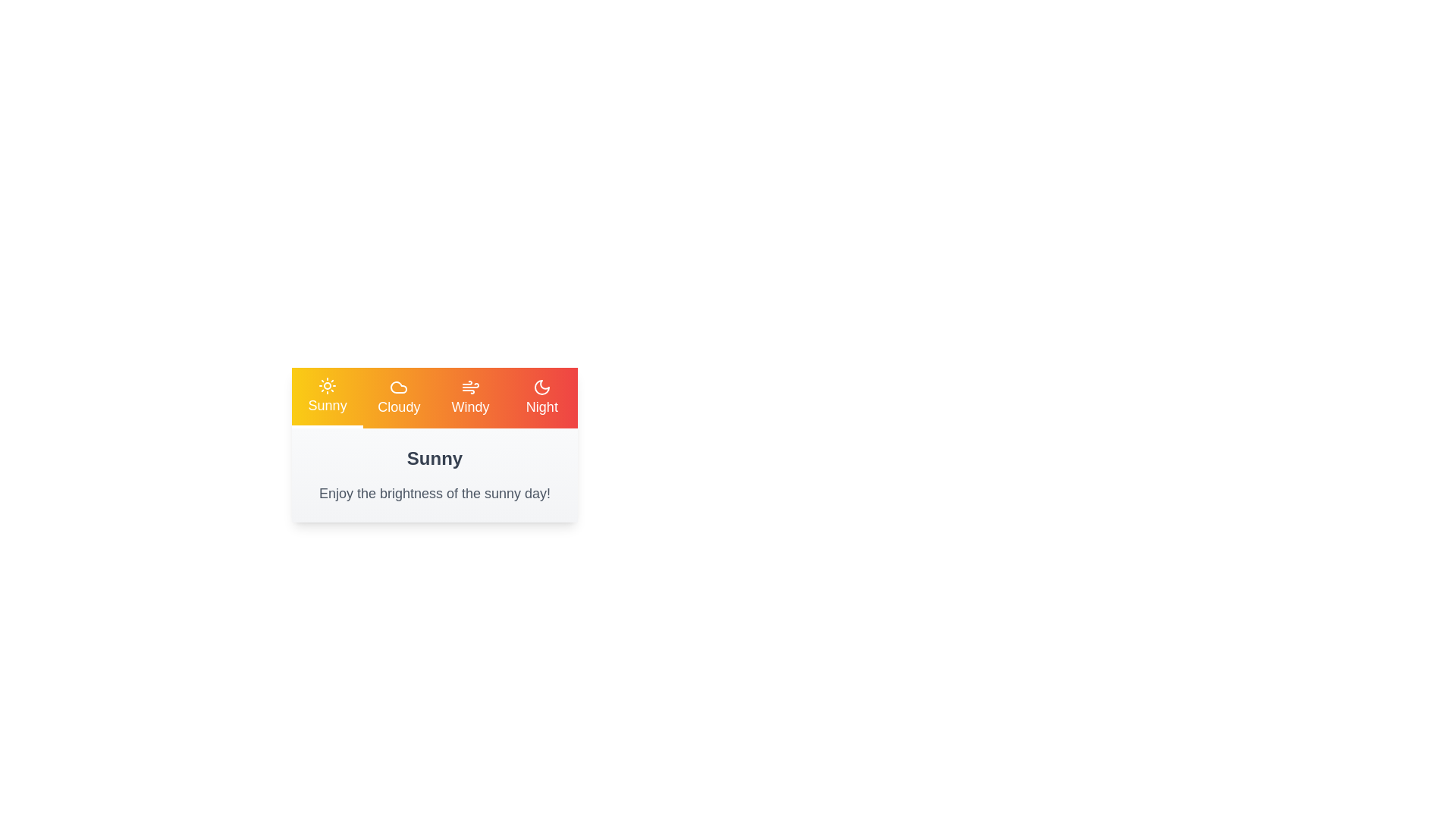  I want to click on the tab corresponding to Windy, so click(469, 397).